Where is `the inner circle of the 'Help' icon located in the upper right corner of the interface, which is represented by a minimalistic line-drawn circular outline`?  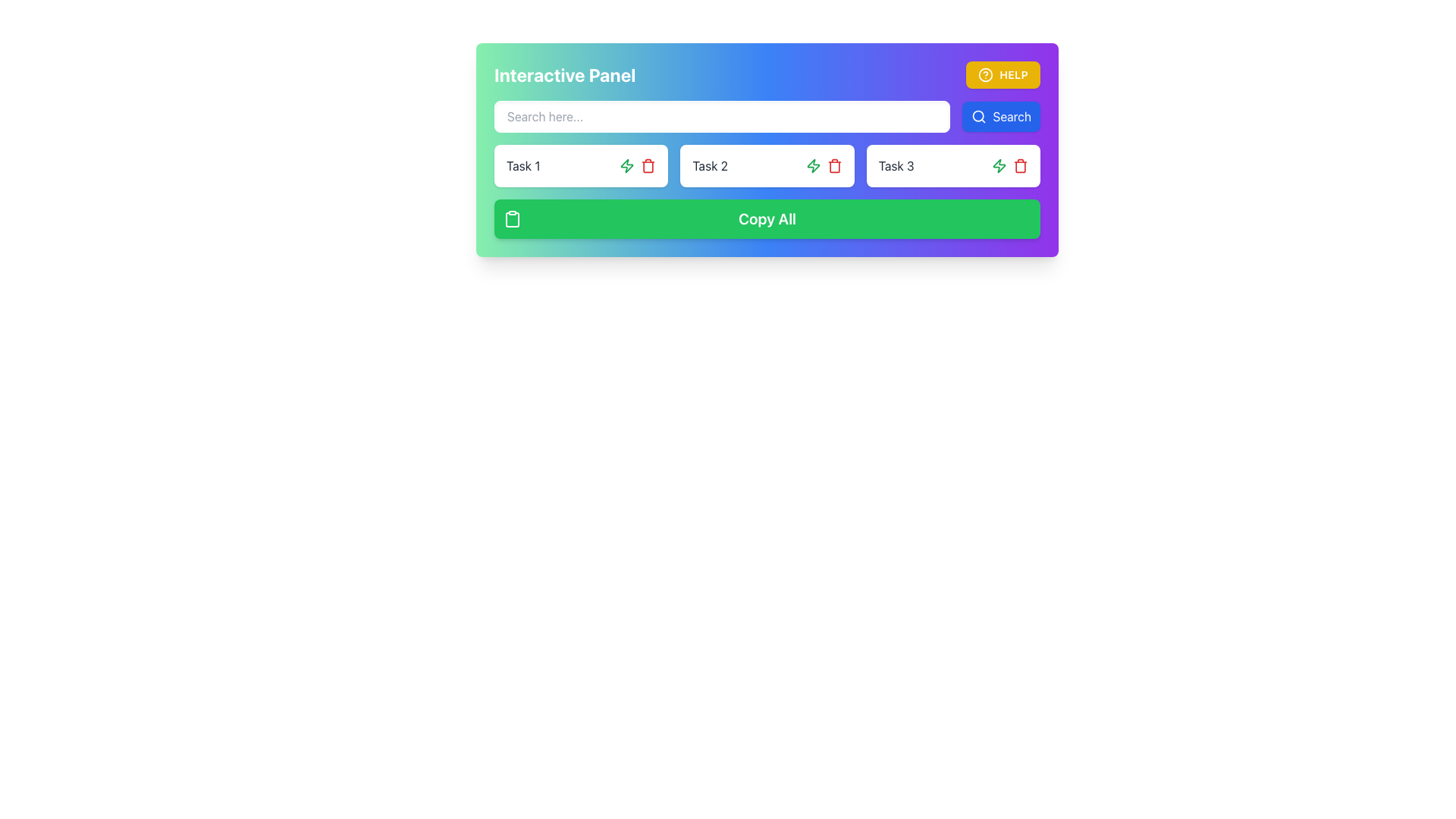
the inner circle of the 'Help' icon located in the upper right corner of the interface, which is represented by a minimalistic line-drawn circular outline is located at coordinates (986, 75).